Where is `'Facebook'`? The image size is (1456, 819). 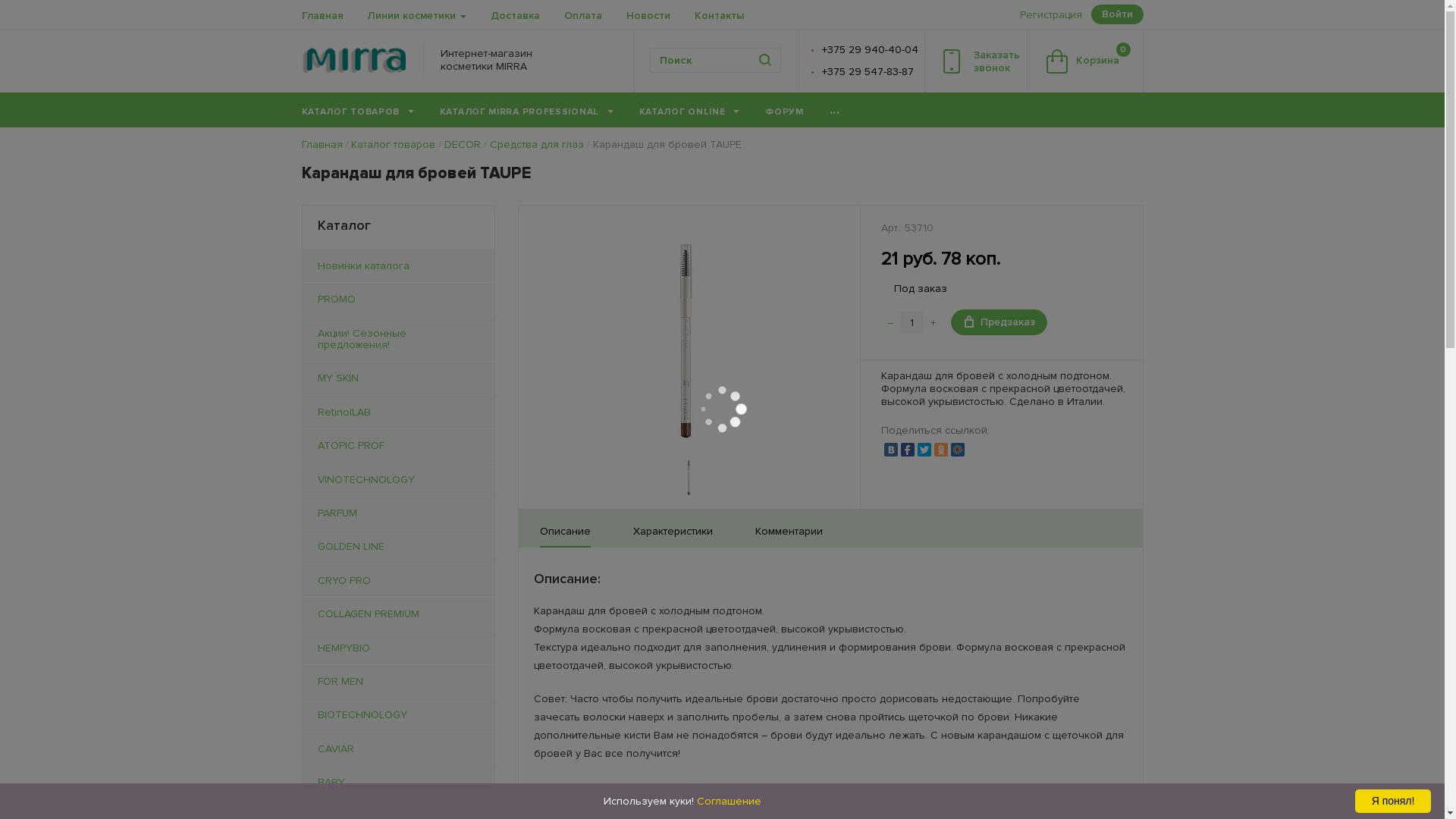
'Facebook' is located at coordinates (901, 449).